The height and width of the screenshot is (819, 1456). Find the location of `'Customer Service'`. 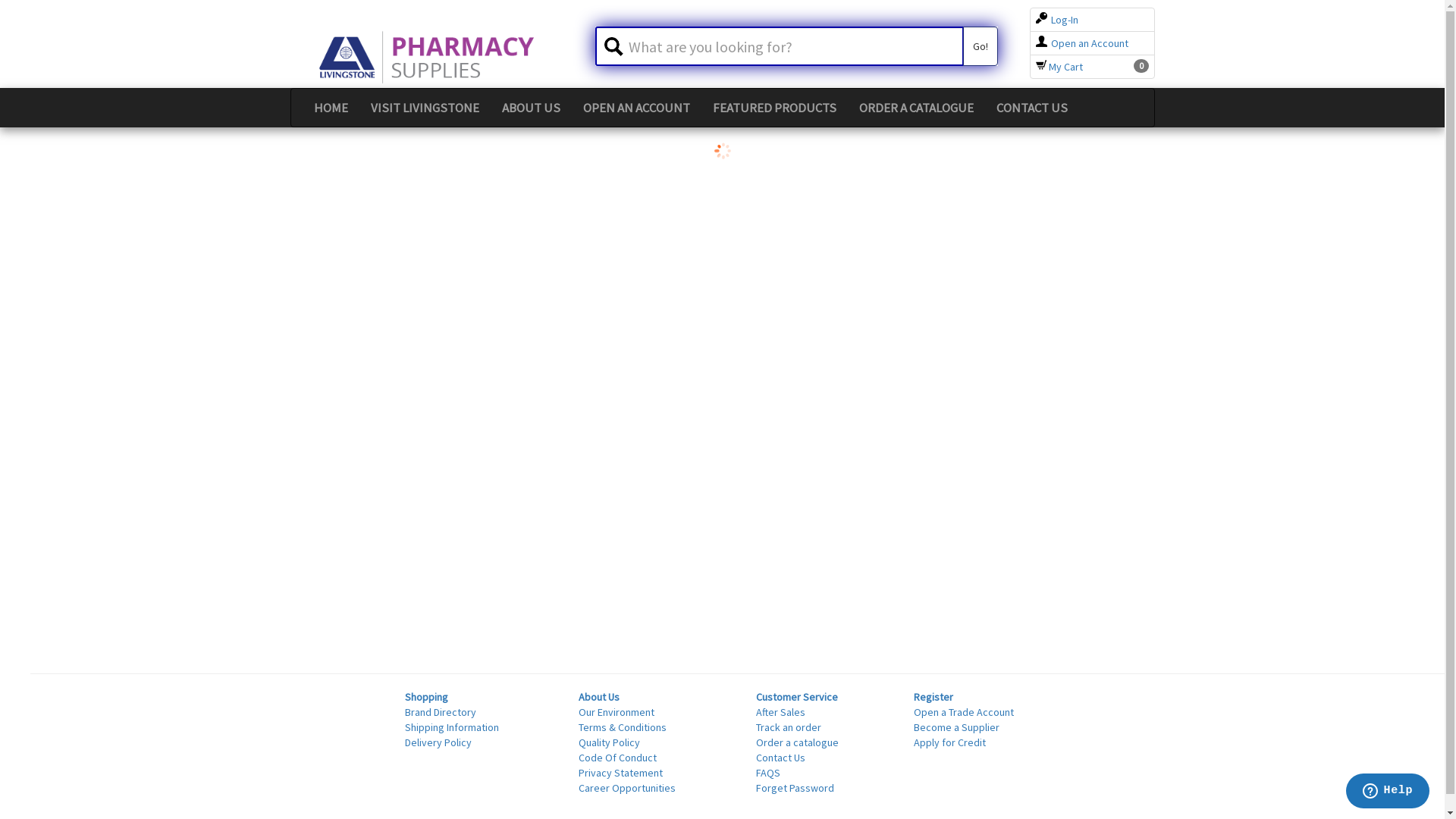

'Customer Service' is located at coordinates (796, 696).